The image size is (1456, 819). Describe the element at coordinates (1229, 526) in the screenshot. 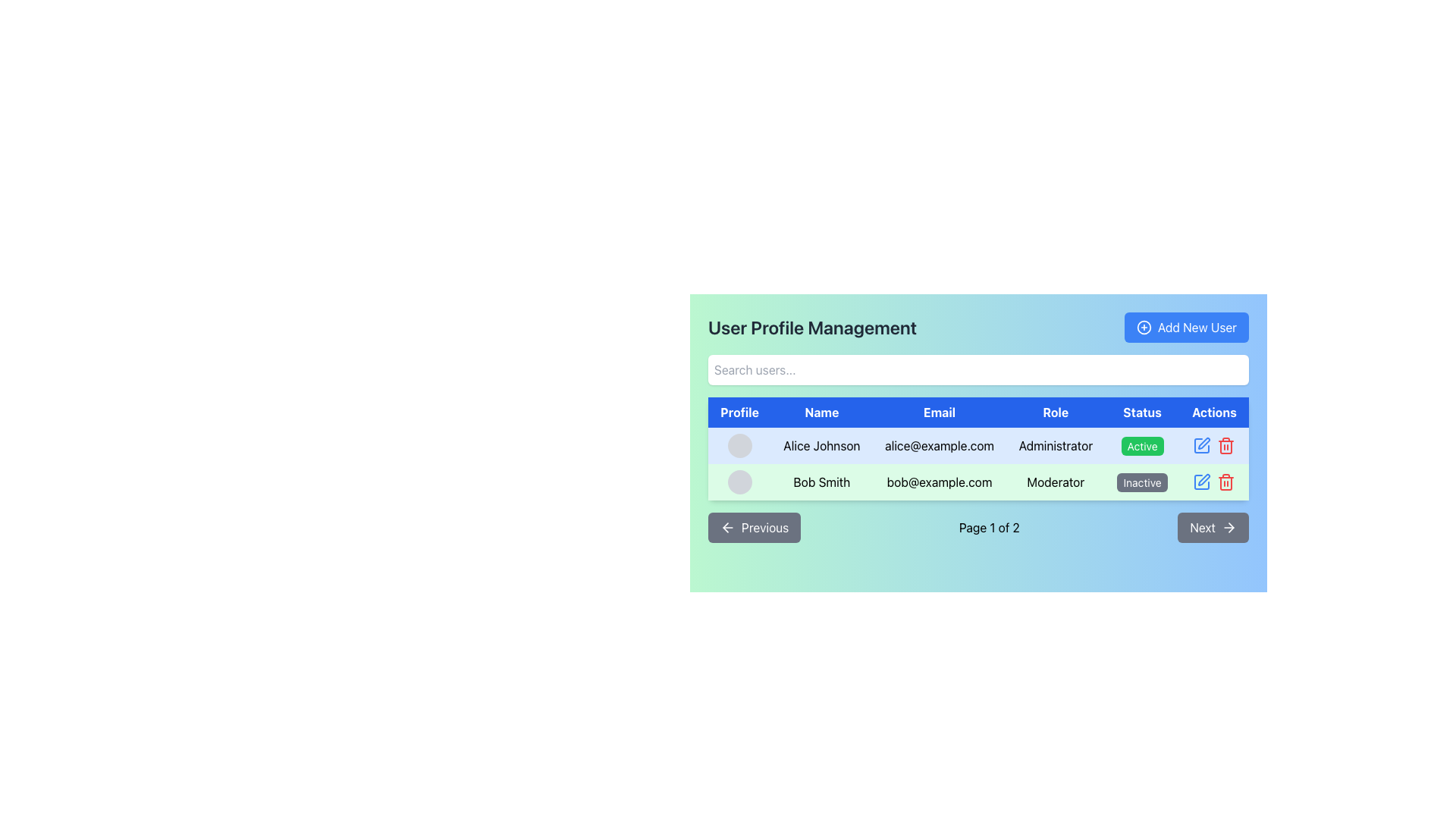

I see `the right-pointing arrow icon with a minimalist design, located within a button next to the 'Next' label` at that location.